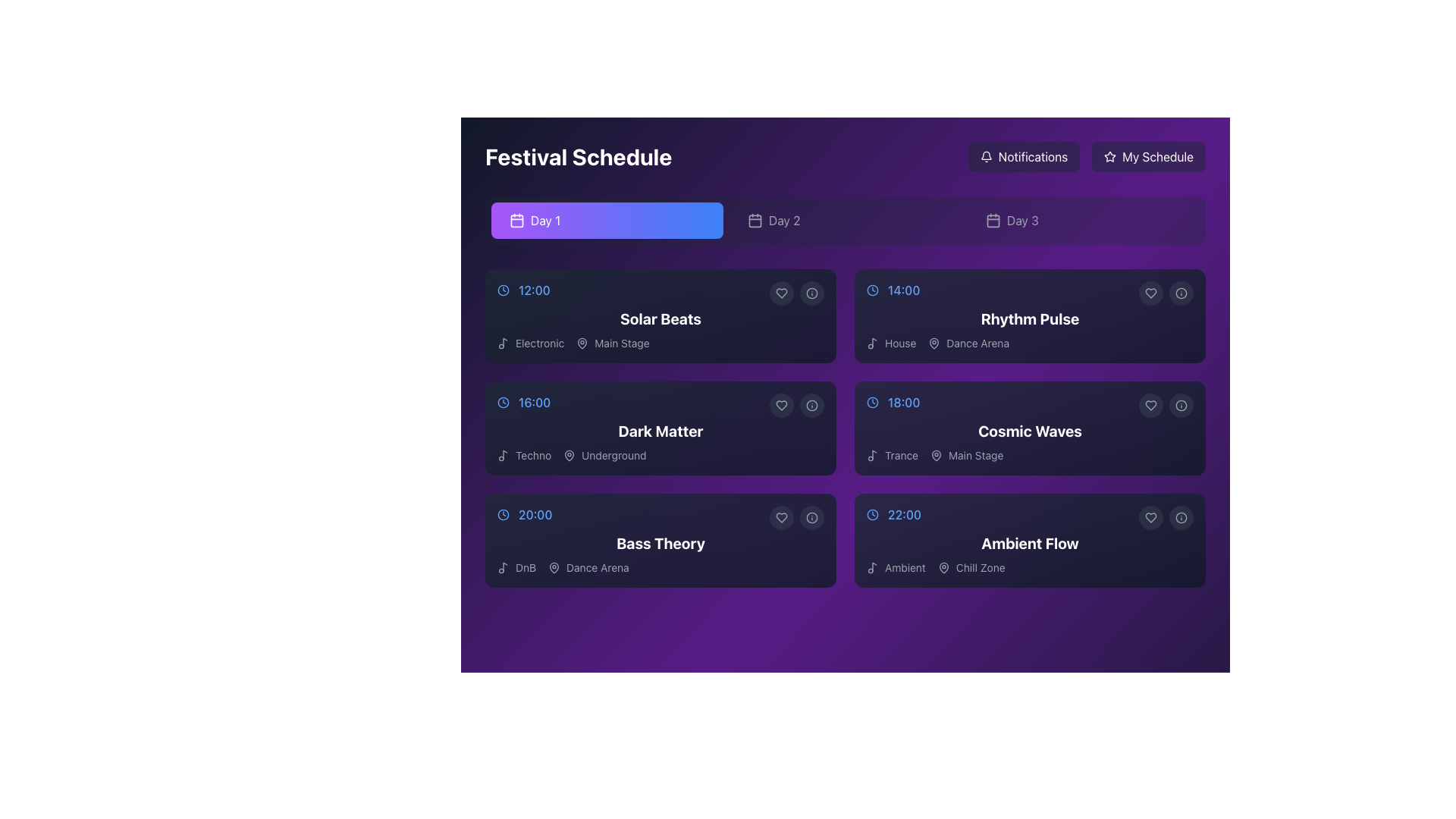 This screenshot has width=1456, height=819. What do you see at coordinates (782, 293) in the screenshot?
I see `the Outline heart icon located at the top right corner of the 'Solar Beats' event card` at bounding box center [782, 293].